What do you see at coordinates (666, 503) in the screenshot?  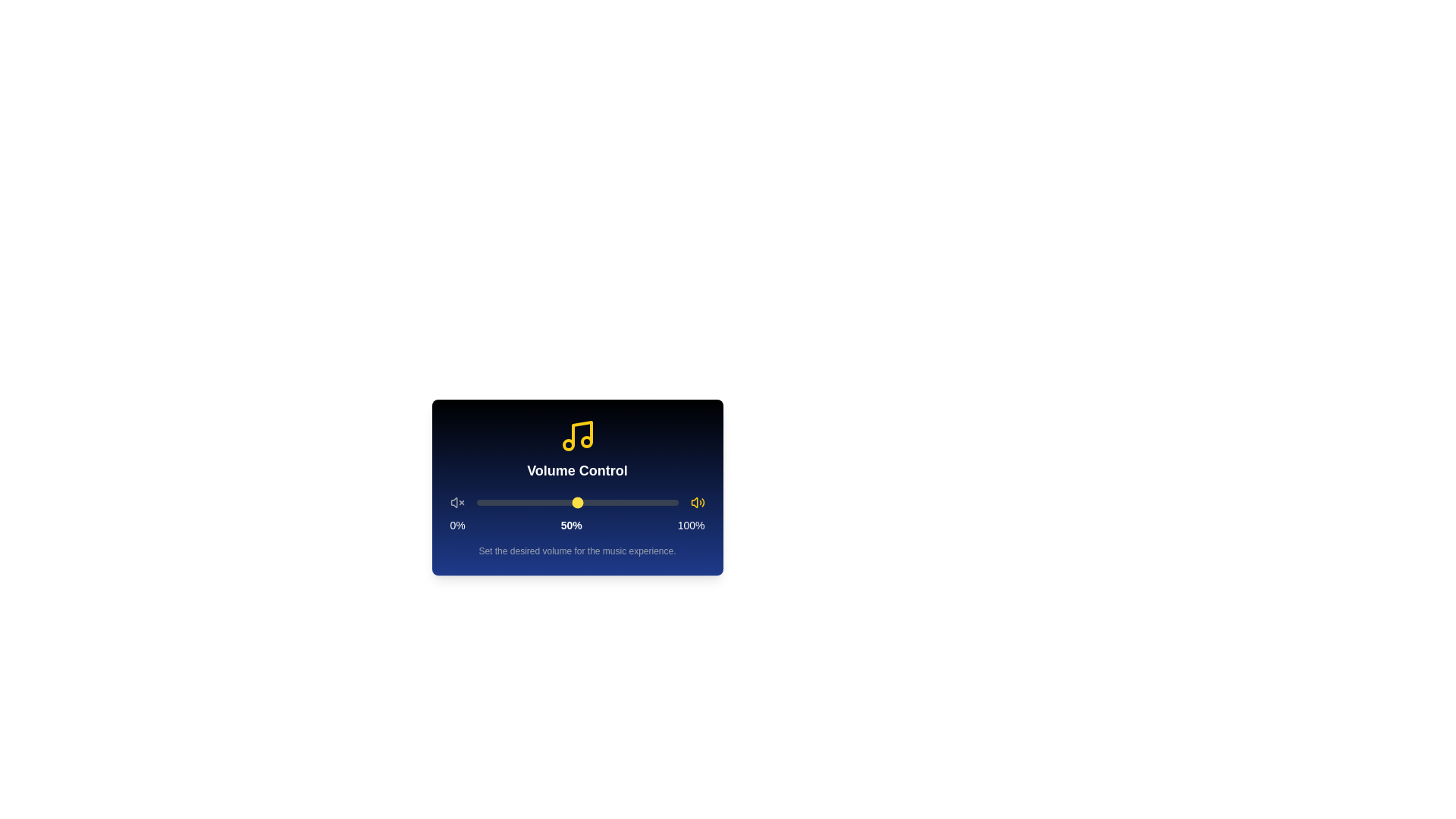 I see `the volume slider to 94%` at bounding box center [666, 503].